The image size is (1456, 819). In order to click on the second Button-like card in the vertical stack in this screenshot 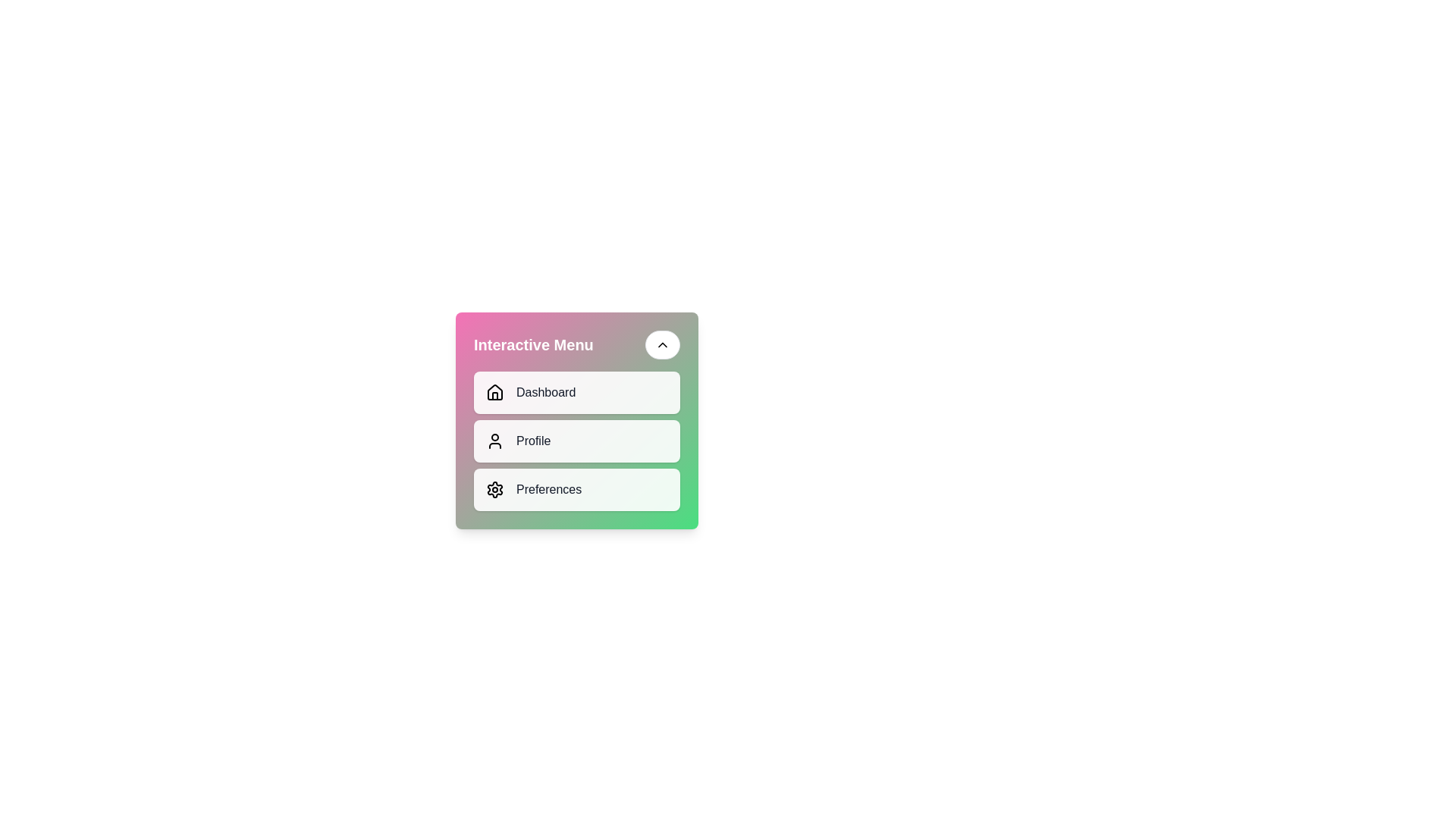, I will do `click(576, 441)`.